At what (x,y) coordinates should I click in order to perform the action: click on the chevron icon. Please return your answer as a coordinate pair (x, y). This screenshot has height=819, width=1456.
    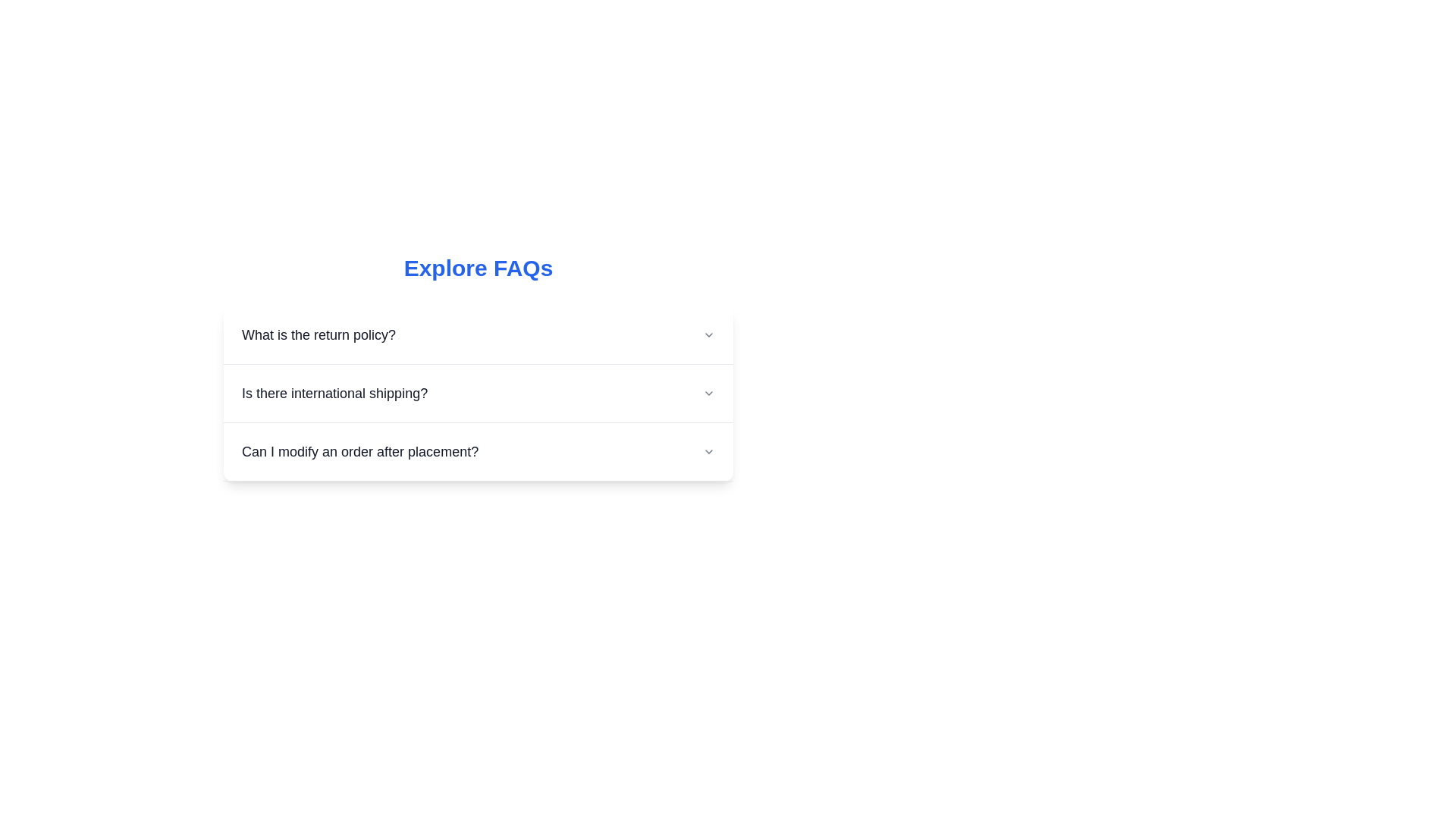
    Looking at the image, I should click on (708, 451).